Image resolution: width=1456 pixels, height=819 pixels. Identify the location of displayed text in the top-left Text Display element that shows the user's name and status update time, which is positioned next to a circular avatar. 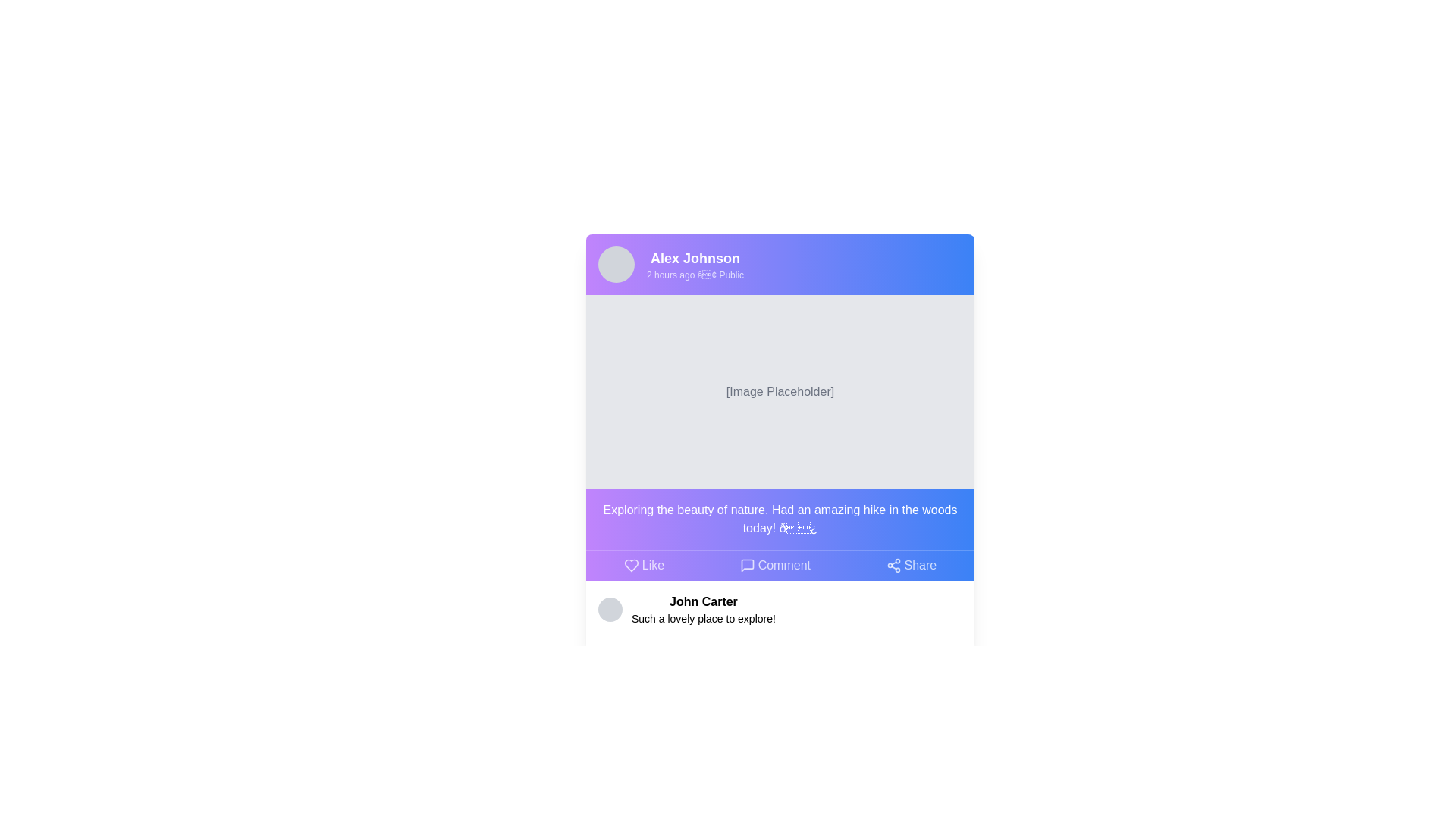
(694, 263).